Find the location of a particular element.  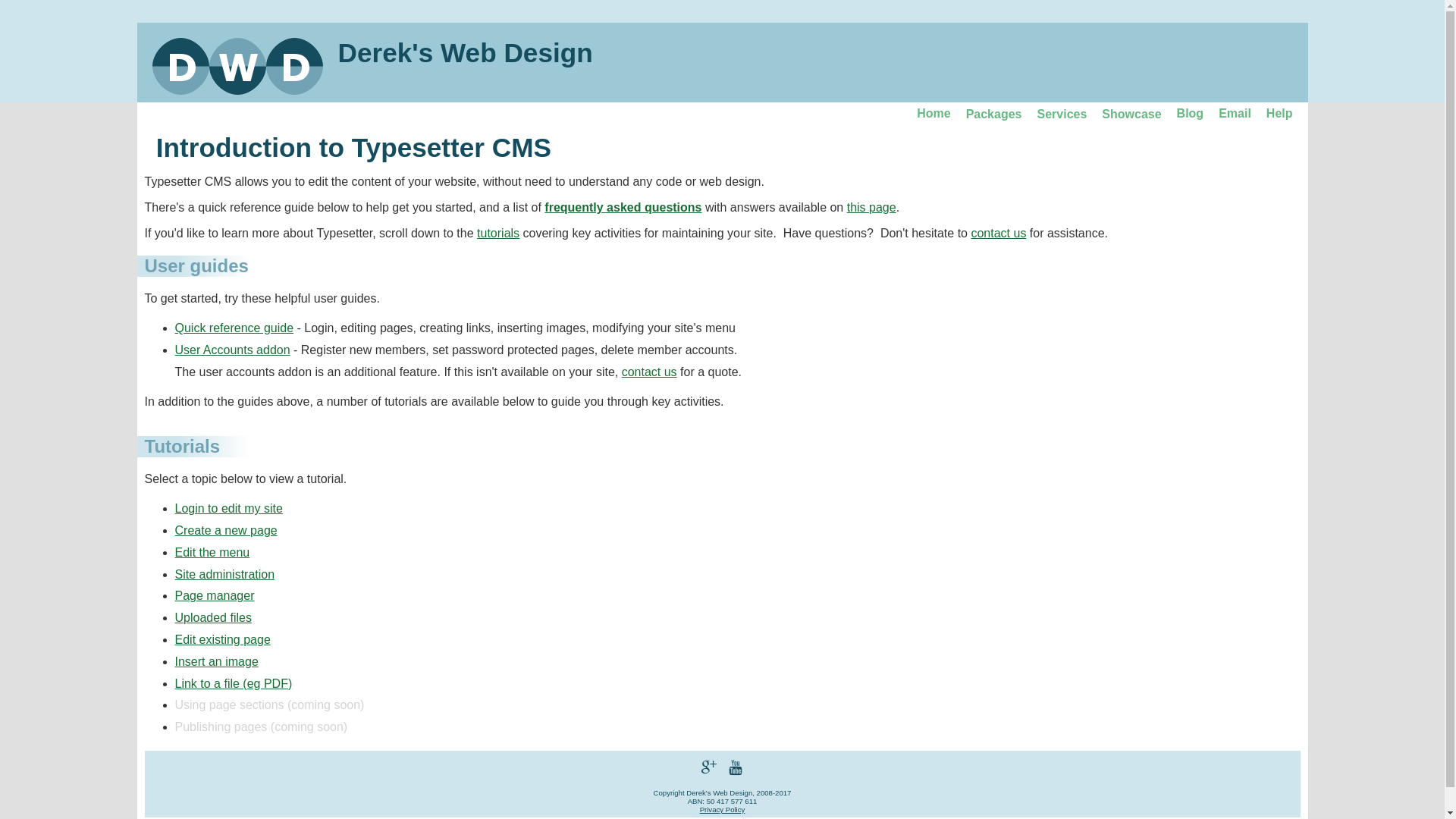

'Login to edit my site' is located at coordinates (227, 508).